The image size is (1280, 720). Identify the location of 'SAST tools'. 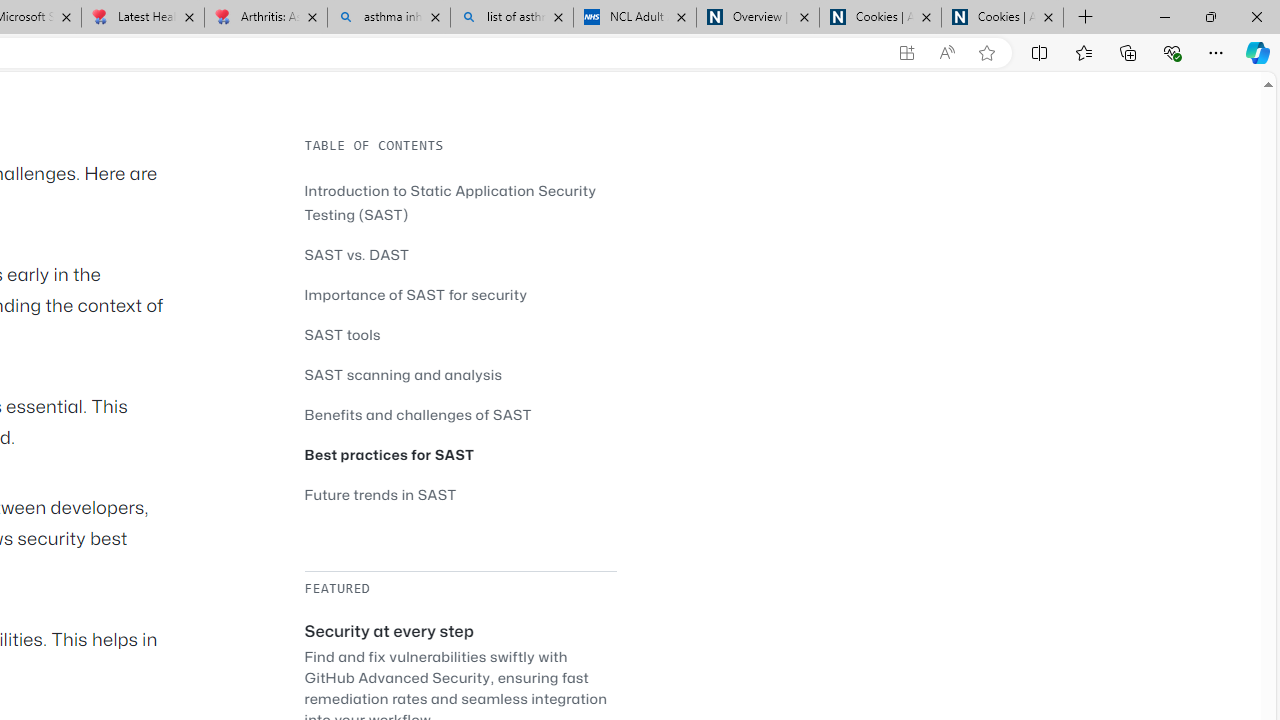
(459, 333).